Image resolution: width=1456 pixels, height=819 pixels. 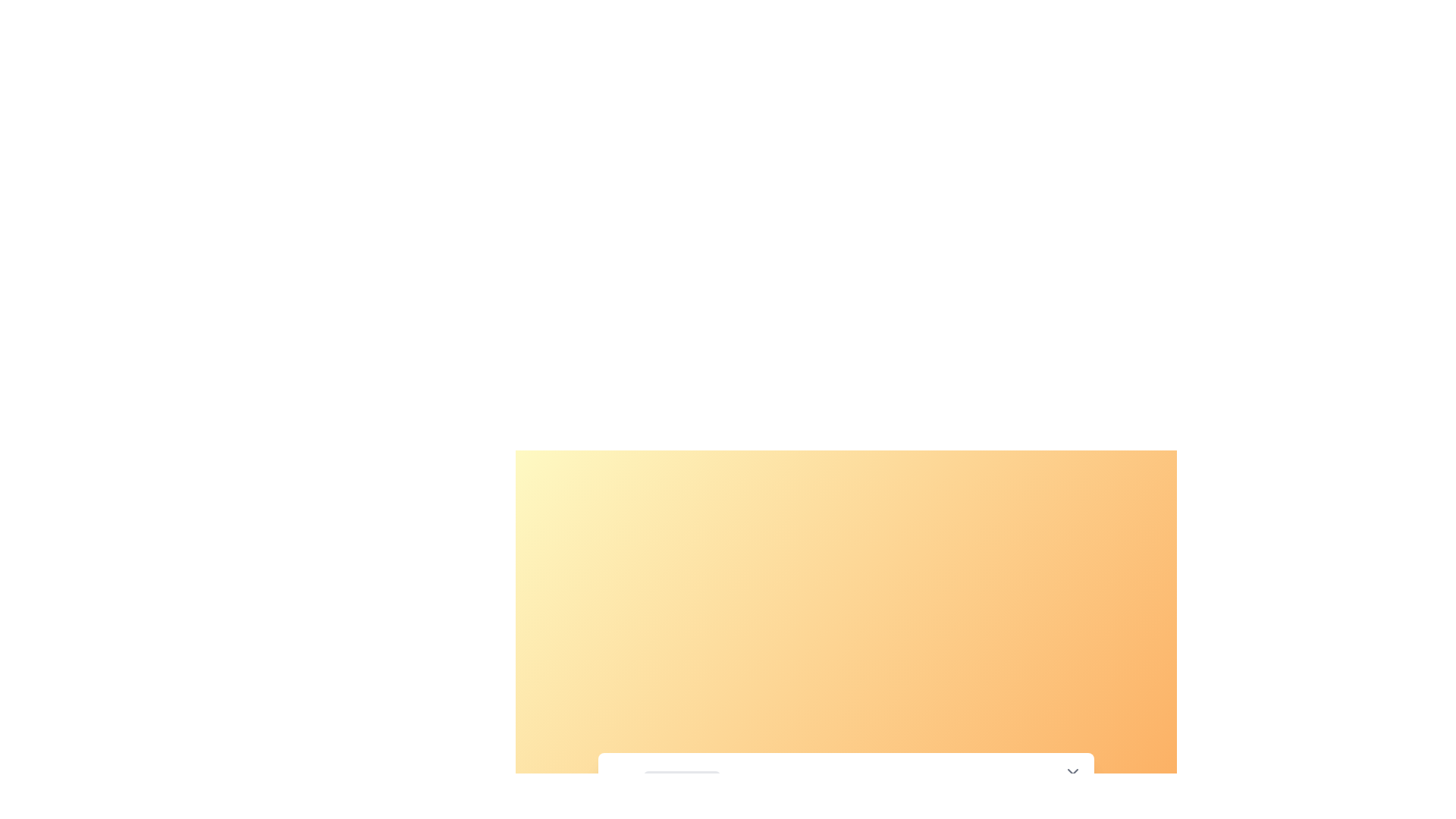 What do you see at coordinates (681, 783) in the screenshot?
I see `the filter option All from the dropdown` at bounding box center [681, 783].